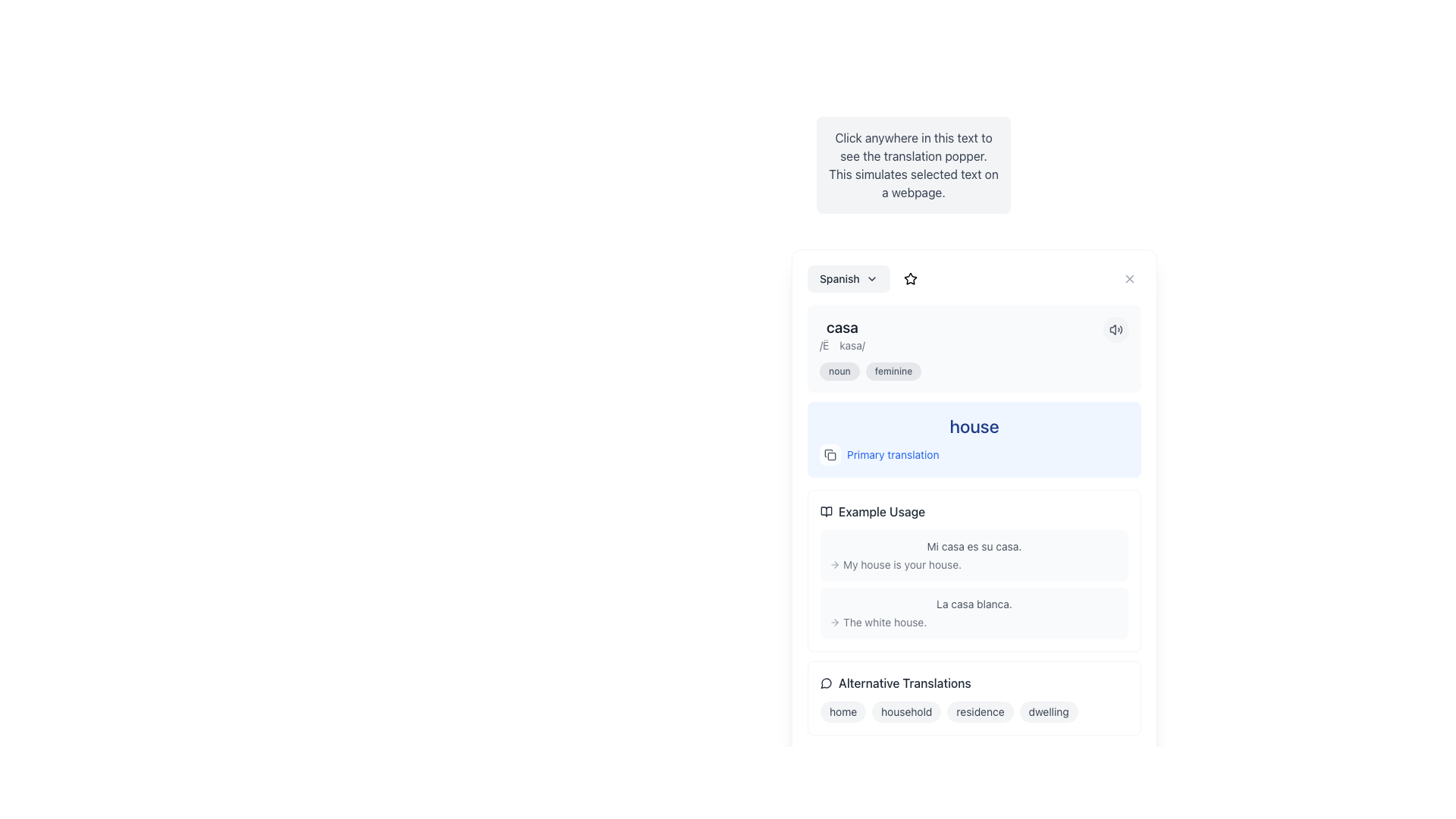  What do you see at coordinates (974, 570) in the screenshot?
I see `the links or icons within the 'Example Usage' informational display box, which is positioned above the 'Alternative Translations' section` at bounding box center [974, 570].